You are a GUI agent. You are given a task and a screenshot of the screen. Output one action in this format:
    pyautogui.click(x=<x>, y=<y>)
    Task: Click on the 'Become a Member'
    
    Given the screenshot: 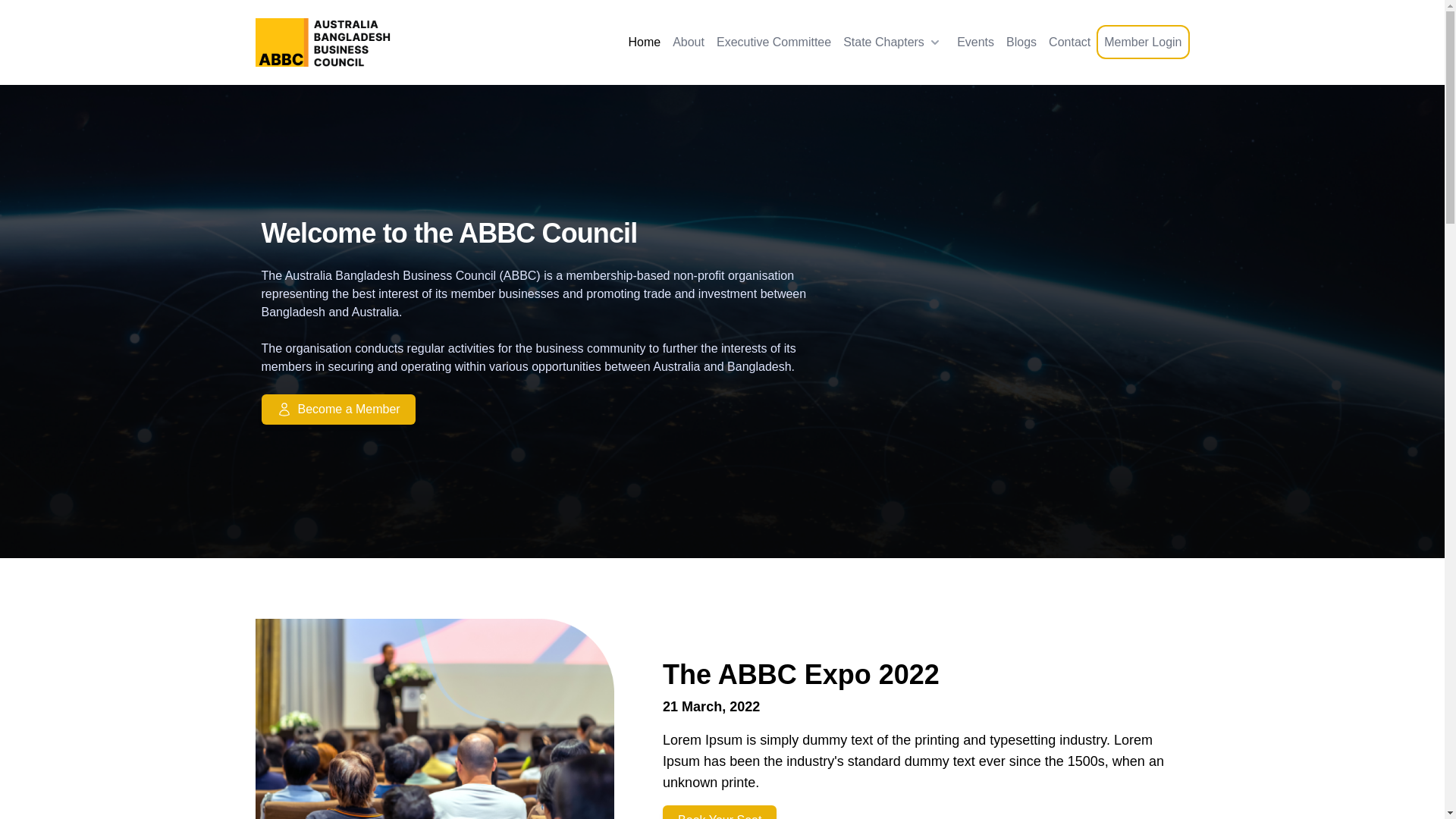 What is the action you would take?
    pyautogui.click(x=551, y=409)
    